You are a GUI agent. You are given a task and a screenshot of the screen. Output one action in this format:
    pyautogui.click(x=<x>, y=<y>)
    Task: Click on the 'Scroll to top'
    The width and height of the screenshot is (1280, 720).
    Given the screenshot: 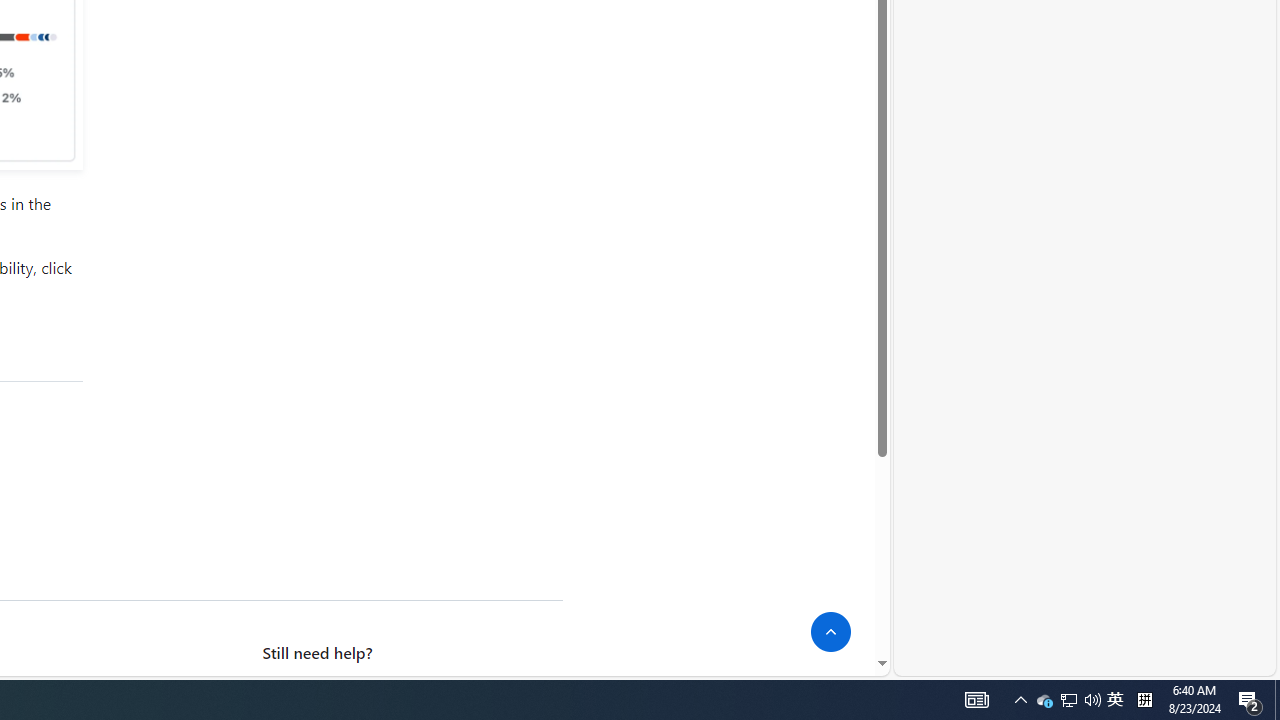 What is the action you would take?
    pyautogui.click(x=831, y=632)
    